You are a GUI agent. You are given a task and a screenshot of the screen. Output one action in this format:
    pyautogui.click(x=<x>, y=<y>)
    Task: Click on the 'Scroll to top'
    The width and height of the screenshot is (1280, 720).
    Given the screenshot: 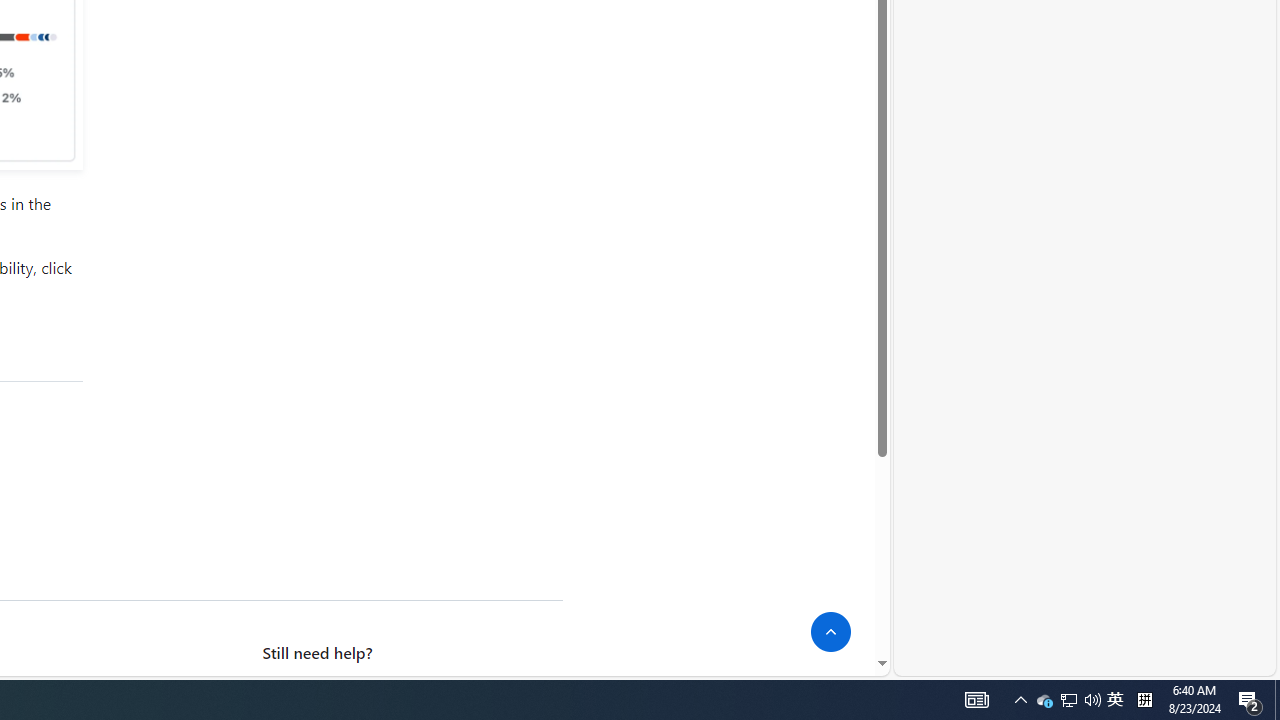 What is the action you would take?
    pyautogui.click(x=831, y=632)
    